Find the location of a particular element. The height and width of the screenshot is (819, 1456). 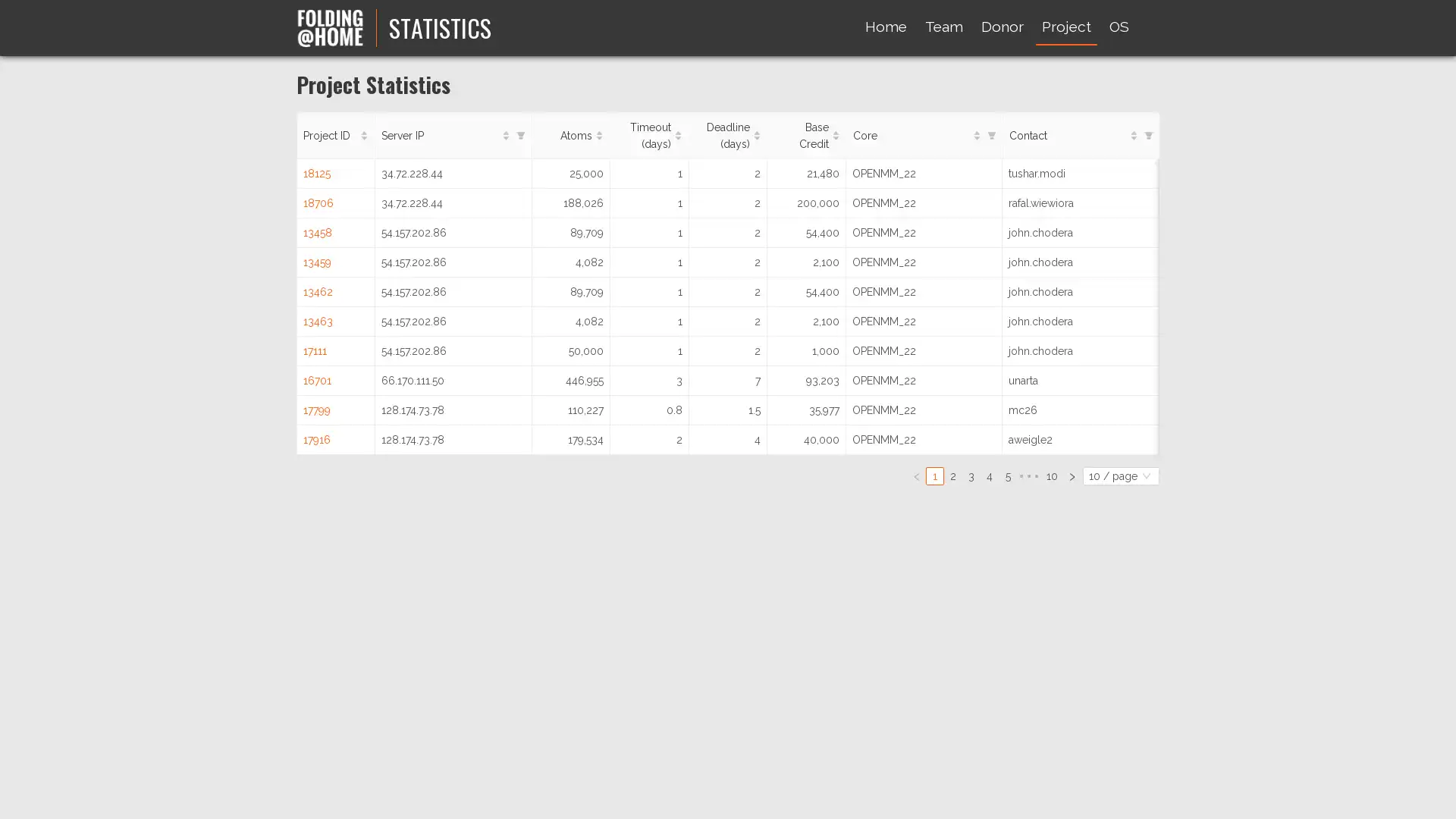

filter is located at coordinates (520, 134).